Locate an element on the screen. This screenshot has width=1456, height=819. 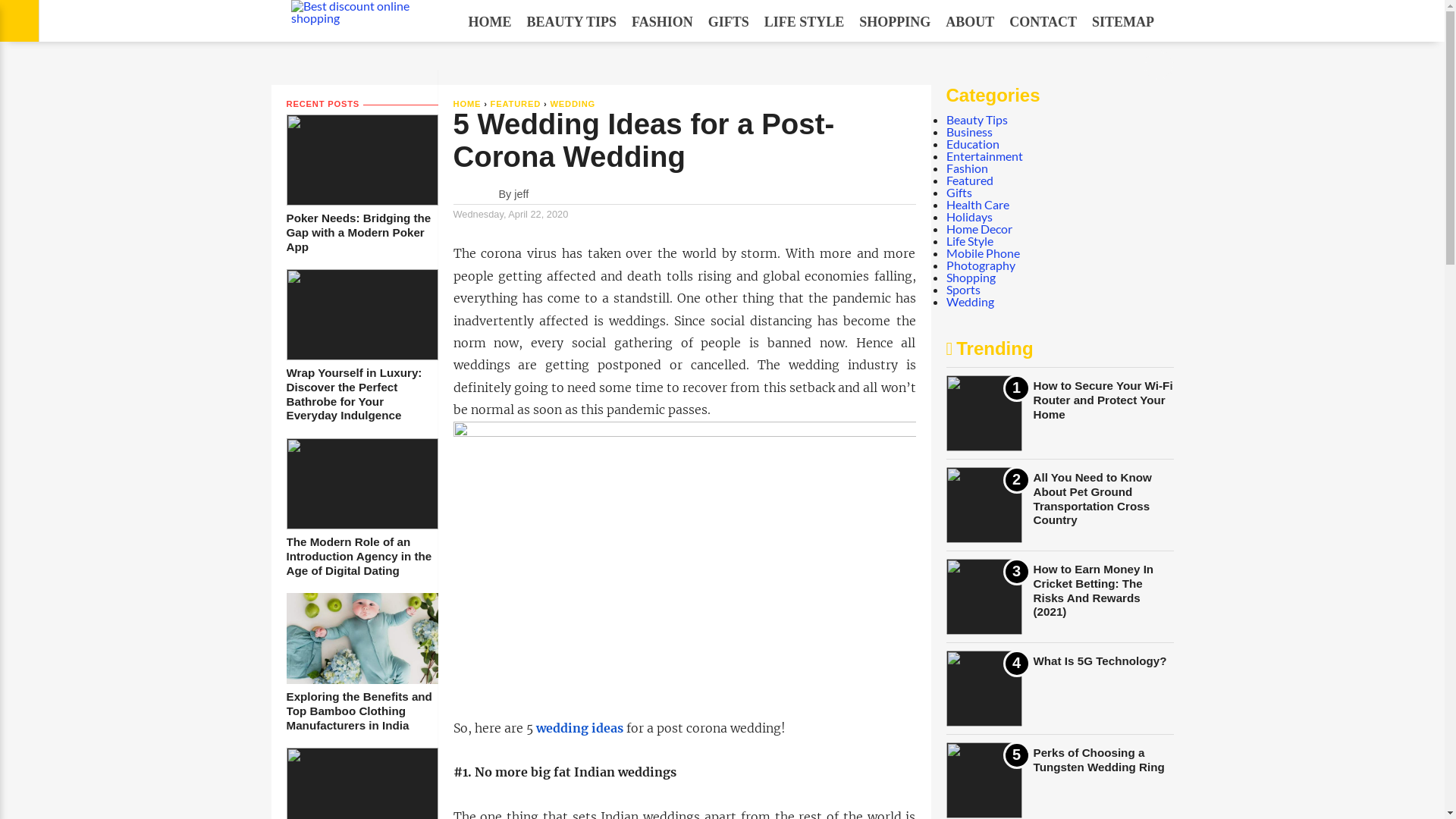
'Entertainment' is located at coordinates (984, 155).